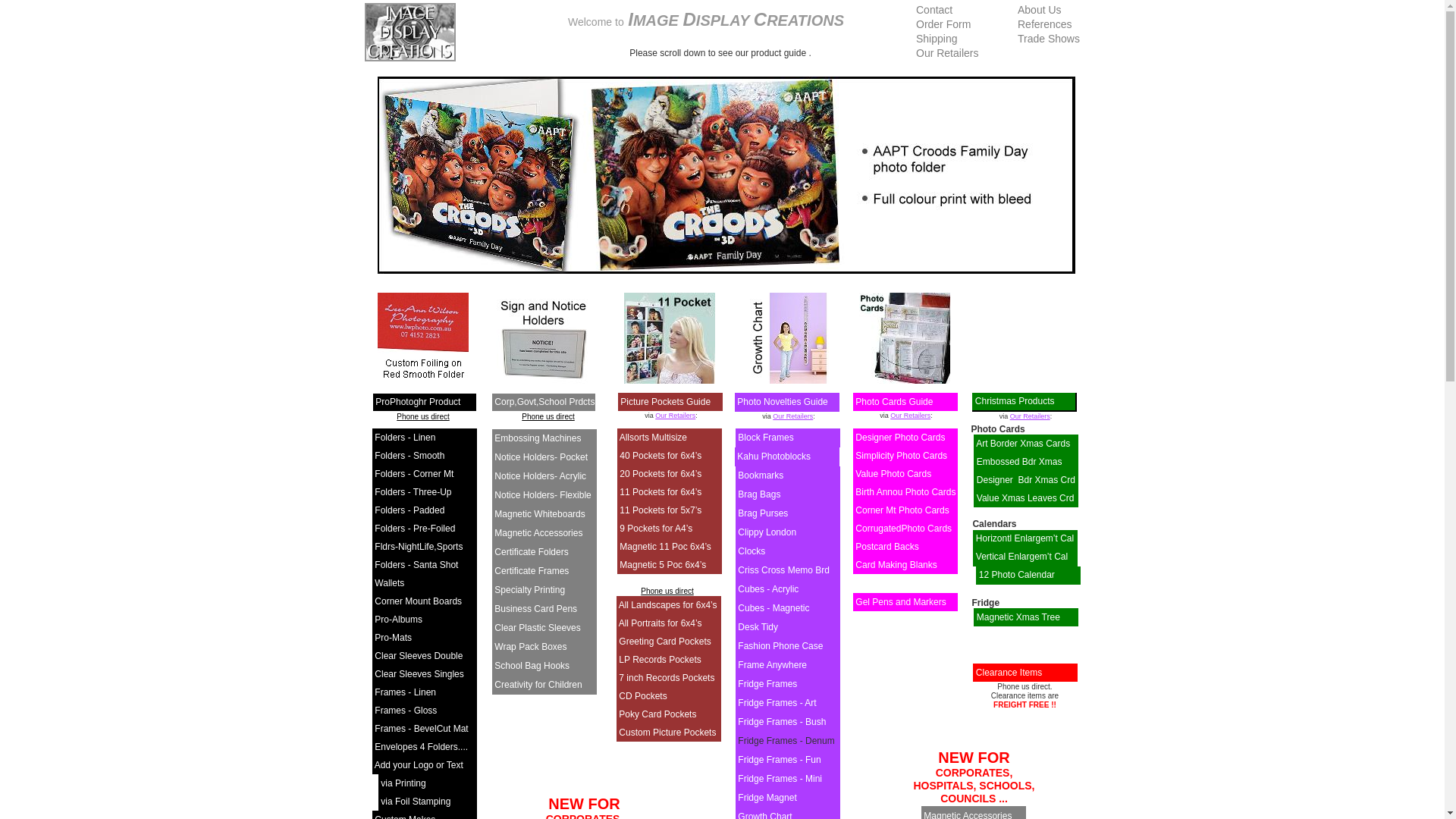 The height and width of the screenshot is (819, 1456). Describe the element at coordinates (1022, 444) in the screenshot. I see `'Art Border Xmas Cards'` at that location.